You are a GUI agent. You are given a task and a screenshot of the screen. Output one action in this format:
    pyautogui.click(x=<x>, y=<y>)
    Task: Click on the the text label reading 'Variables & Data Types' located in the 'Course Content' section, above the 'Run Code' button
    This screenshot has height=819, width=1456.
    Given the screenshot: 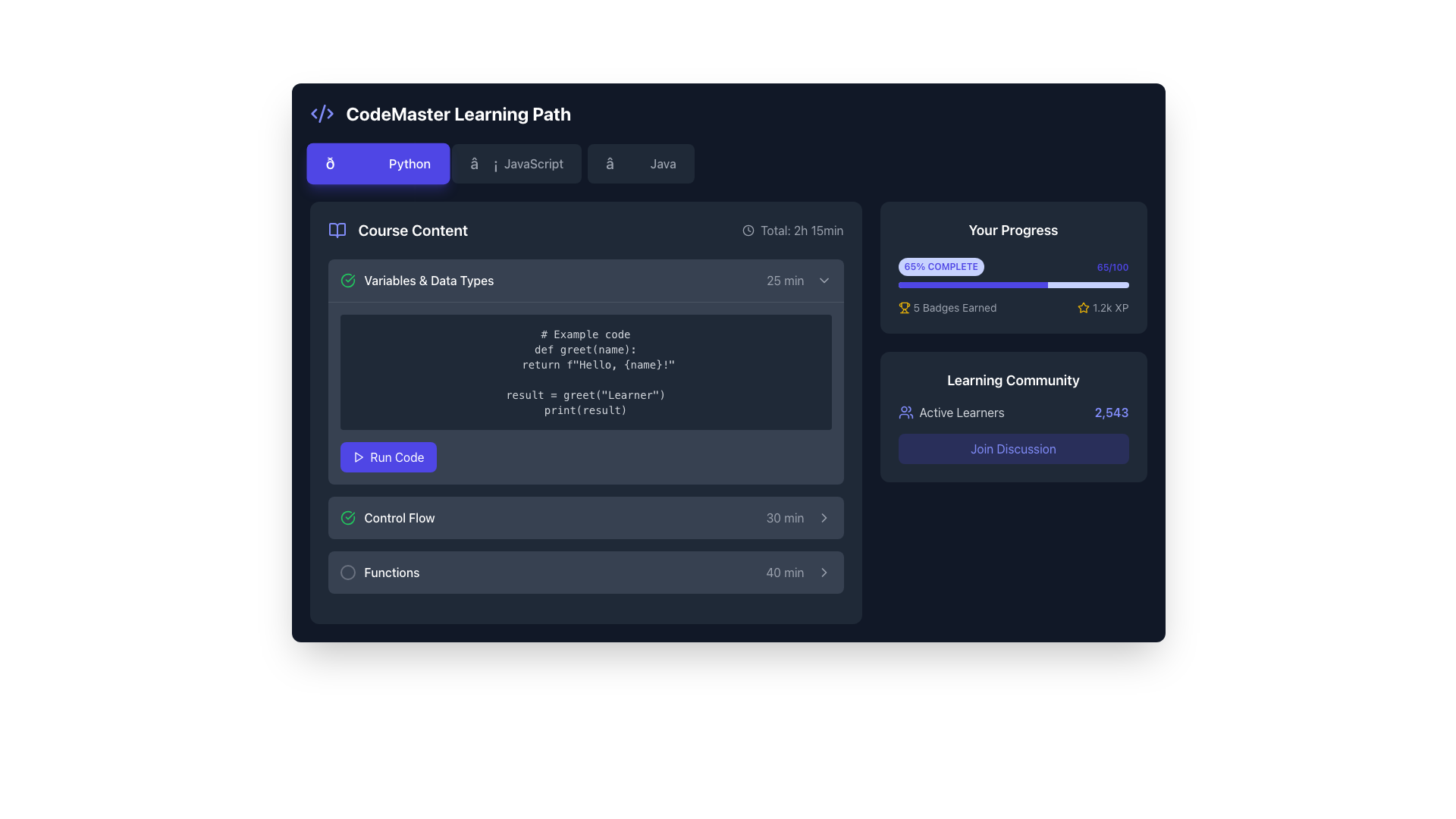 What is the action you would take?
    pyautogui.click(x=428, y=281)
    